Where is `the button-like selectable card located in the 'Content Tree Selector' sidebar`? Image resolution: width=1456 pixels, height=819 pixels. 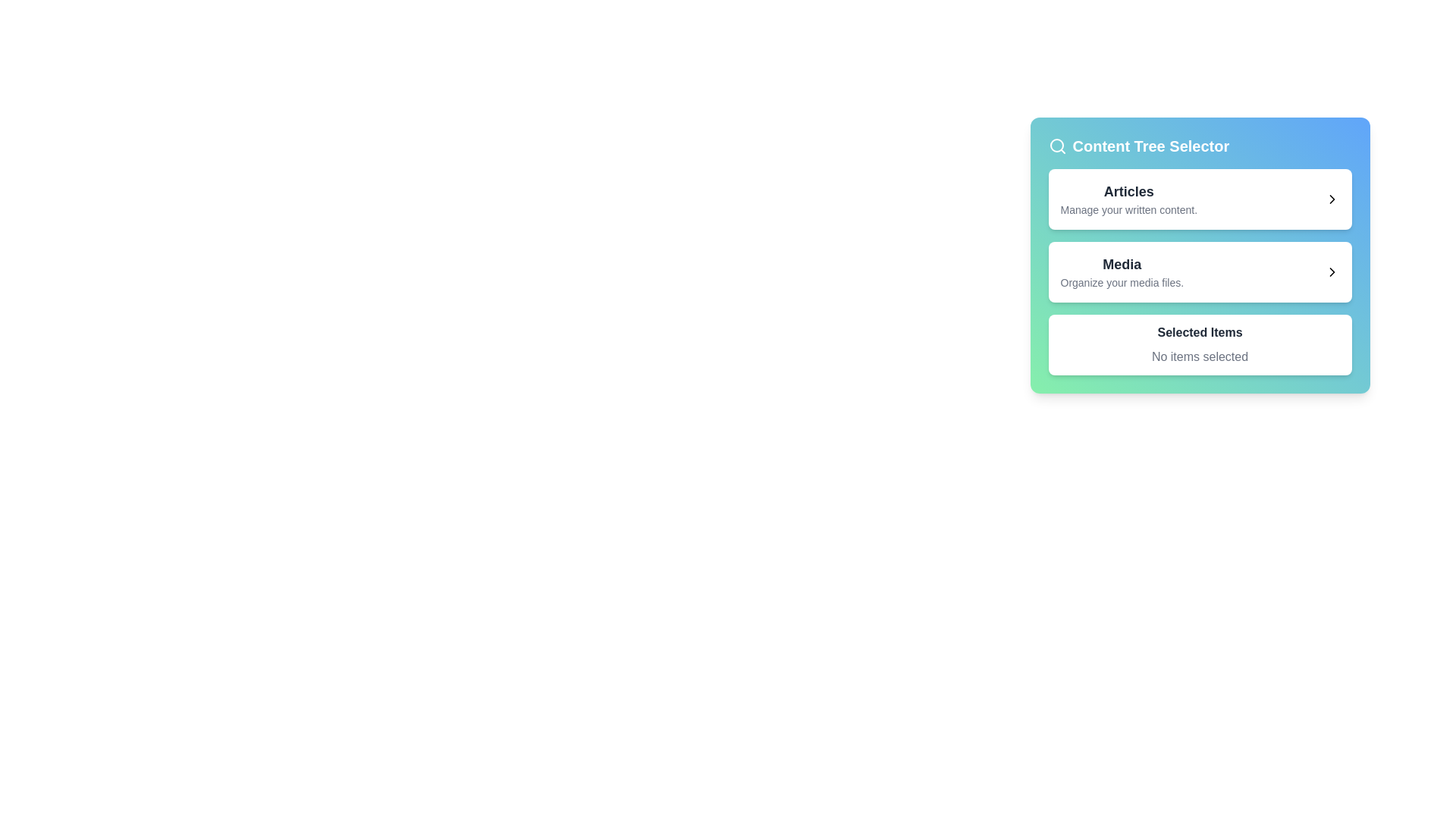 the button-like selectable card located in the 'Content Tree Selector' sidebar is located at coordinates (1199, 271).